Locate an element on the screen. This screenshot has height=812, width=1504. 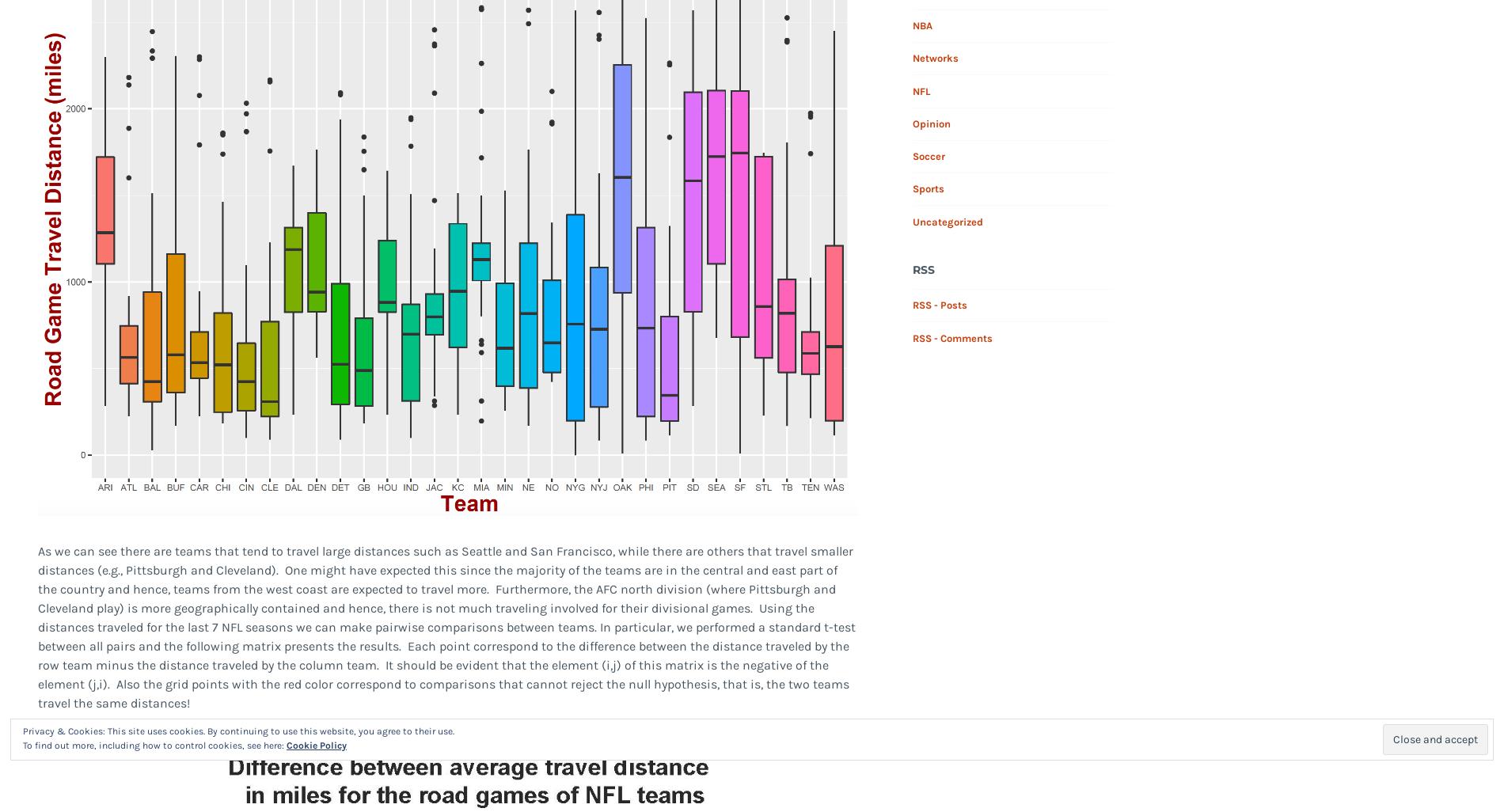
'RSS - Posts' is located at coordinates (940, 304).